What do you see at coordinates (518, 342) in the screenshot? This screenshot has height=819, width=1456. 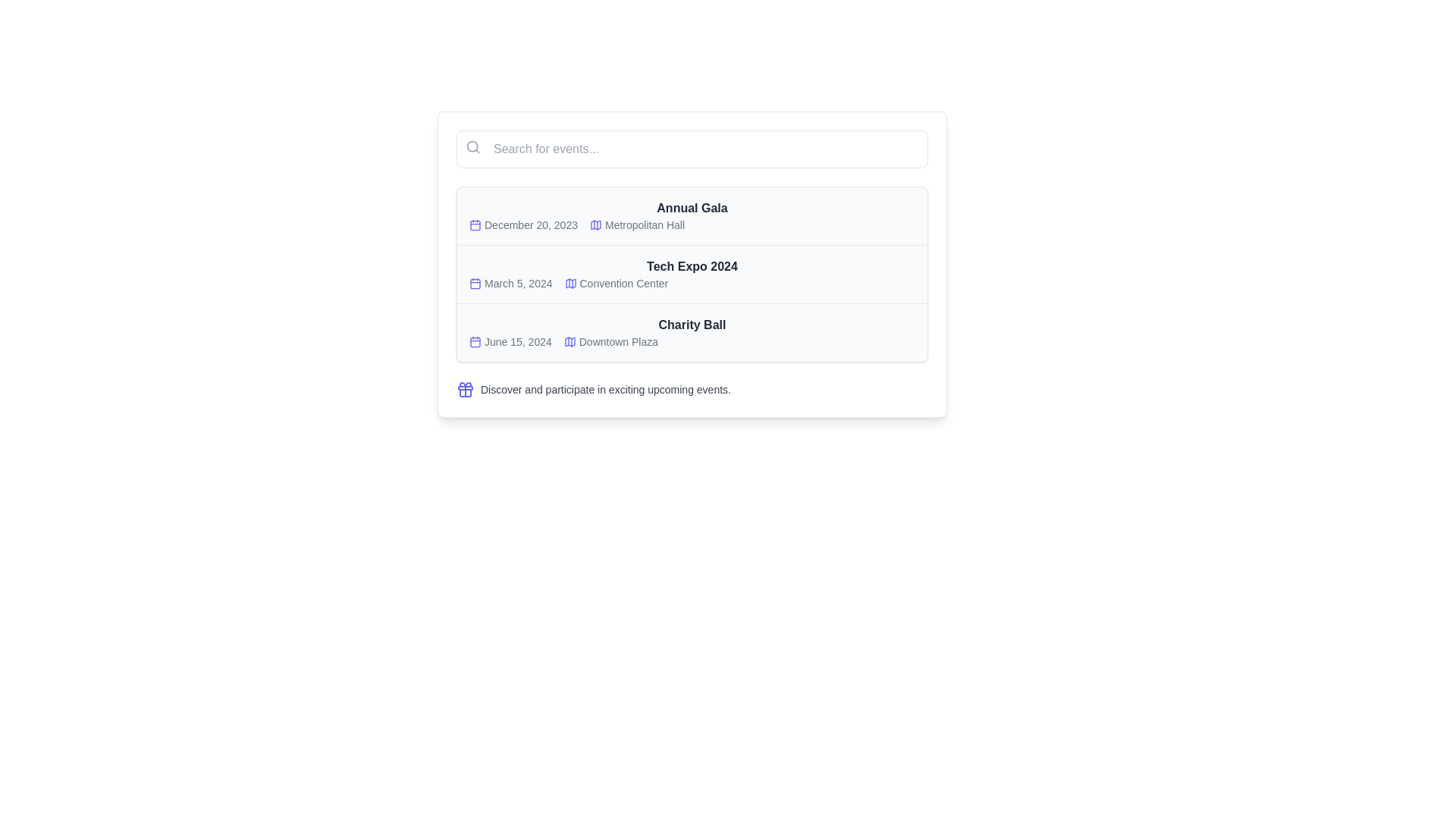 I see `the text label displaying 'June 15, 2024', which is centrally placed in the event list panel under 'Charity Ball'` at bounding box center [518, 342].